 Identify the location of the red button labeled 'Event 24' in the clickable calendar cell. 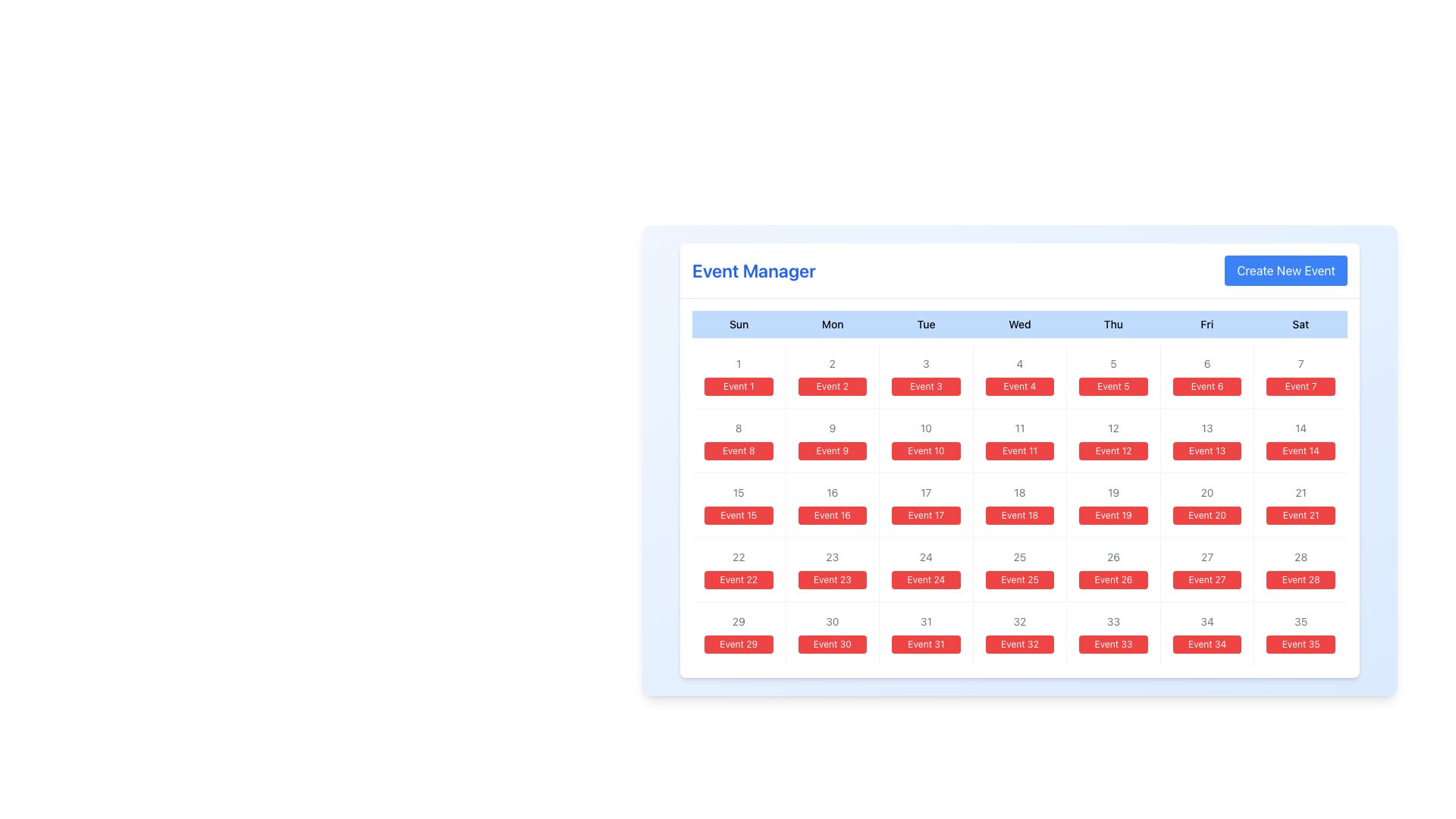
(924, 570).